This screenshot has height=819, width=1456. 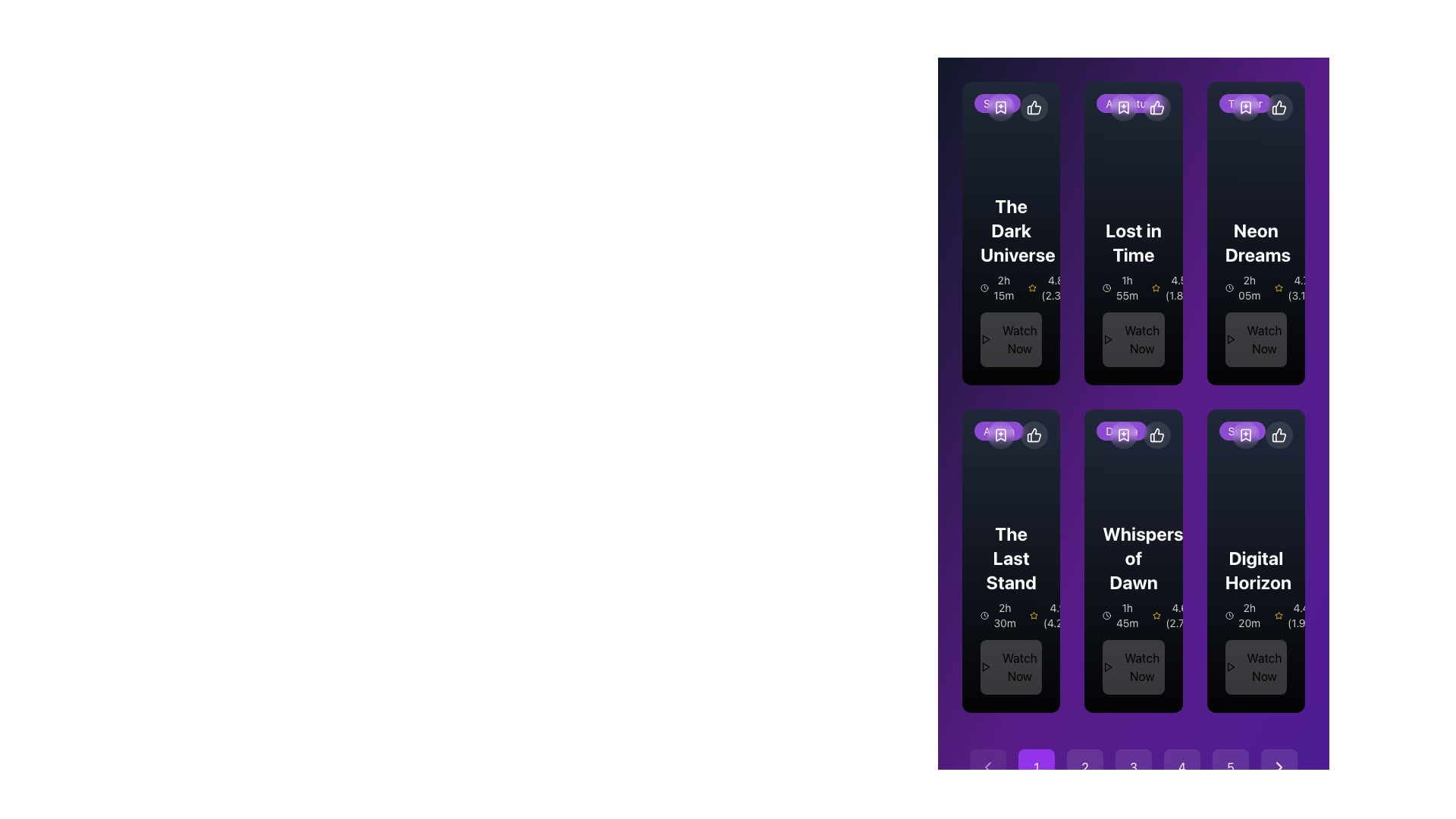 What do you see at coordinates (1001, 107) in the screenshot?
I see `the bookmark button located in the upper-right corner of the first card in the grid to bookmark the associated card for later reference` at bounding box center [1001, 107].